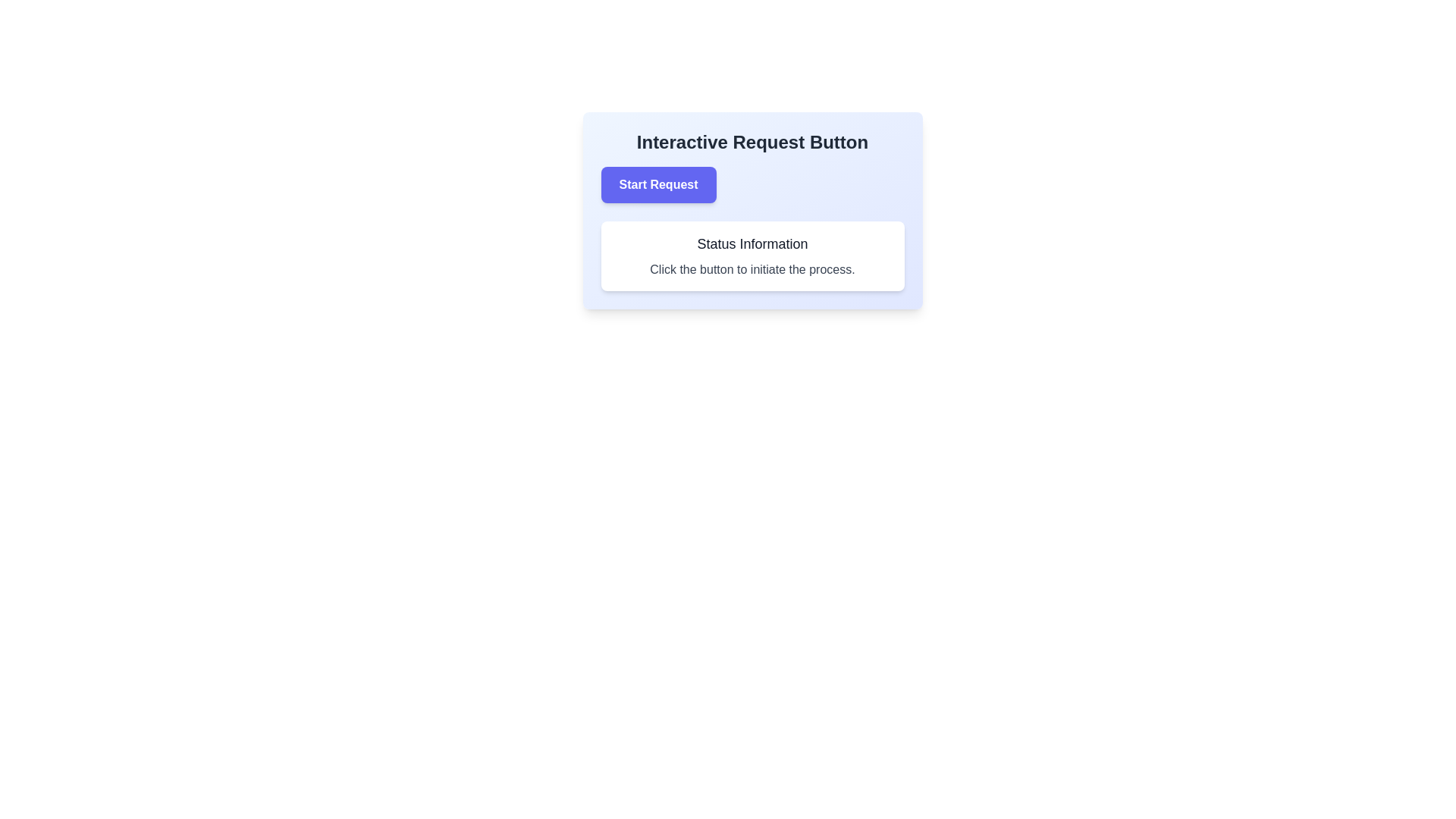 This screenshot has height=819, width=1456. Describe the element at coordinates (658, 184) in the screenshot. I see `the 'Start Request' button, which is a rectangular button with rounded corners and an indigo background` at that location.